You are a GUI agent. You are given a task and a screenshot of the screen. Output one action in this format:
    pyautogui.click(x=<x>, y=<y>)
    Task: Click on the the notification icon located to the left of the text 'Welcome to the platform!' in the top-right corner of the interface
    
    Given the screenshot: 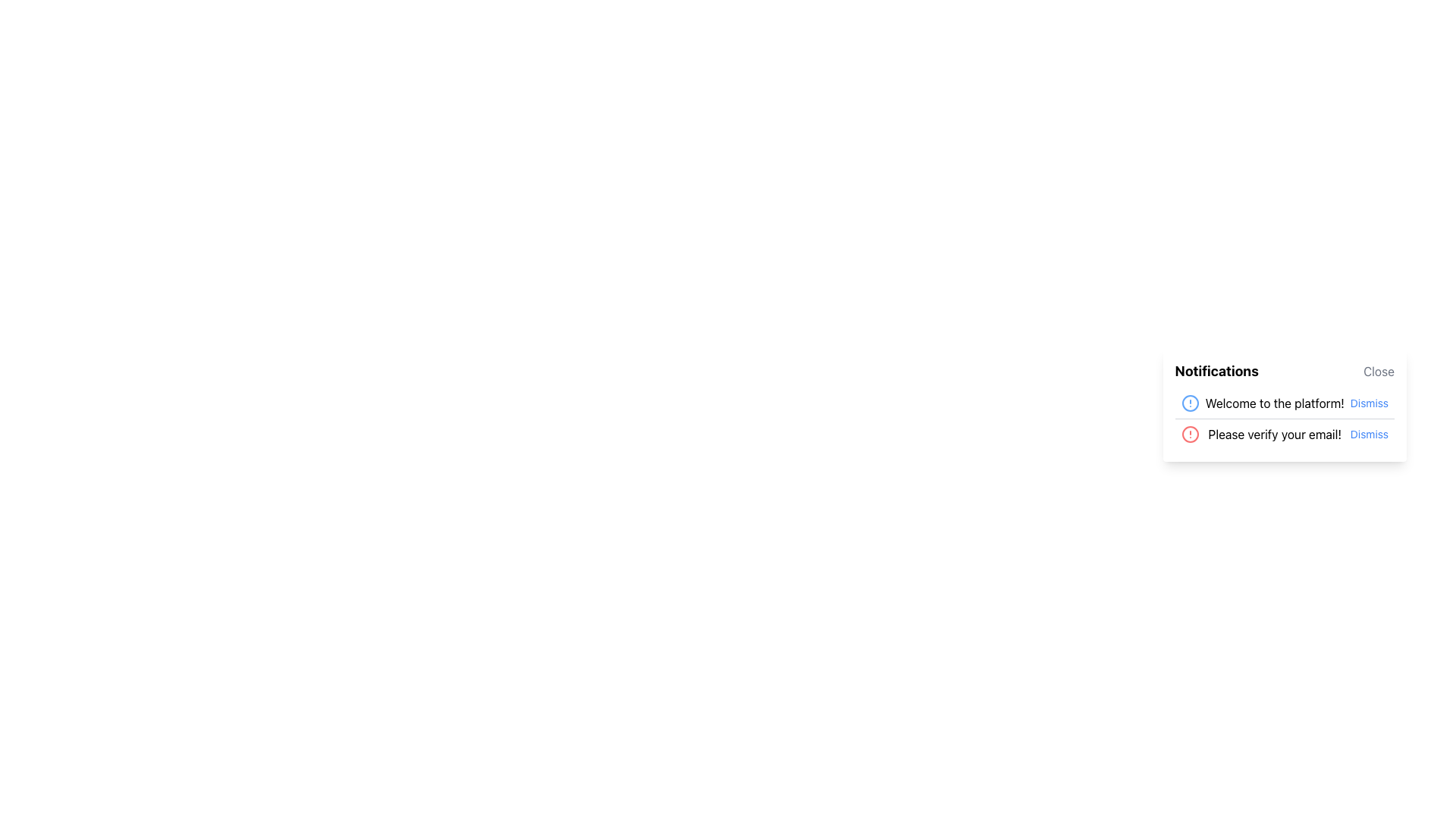 What is the action you would take?
    pyautogui.click(x=1189, y=403)
    